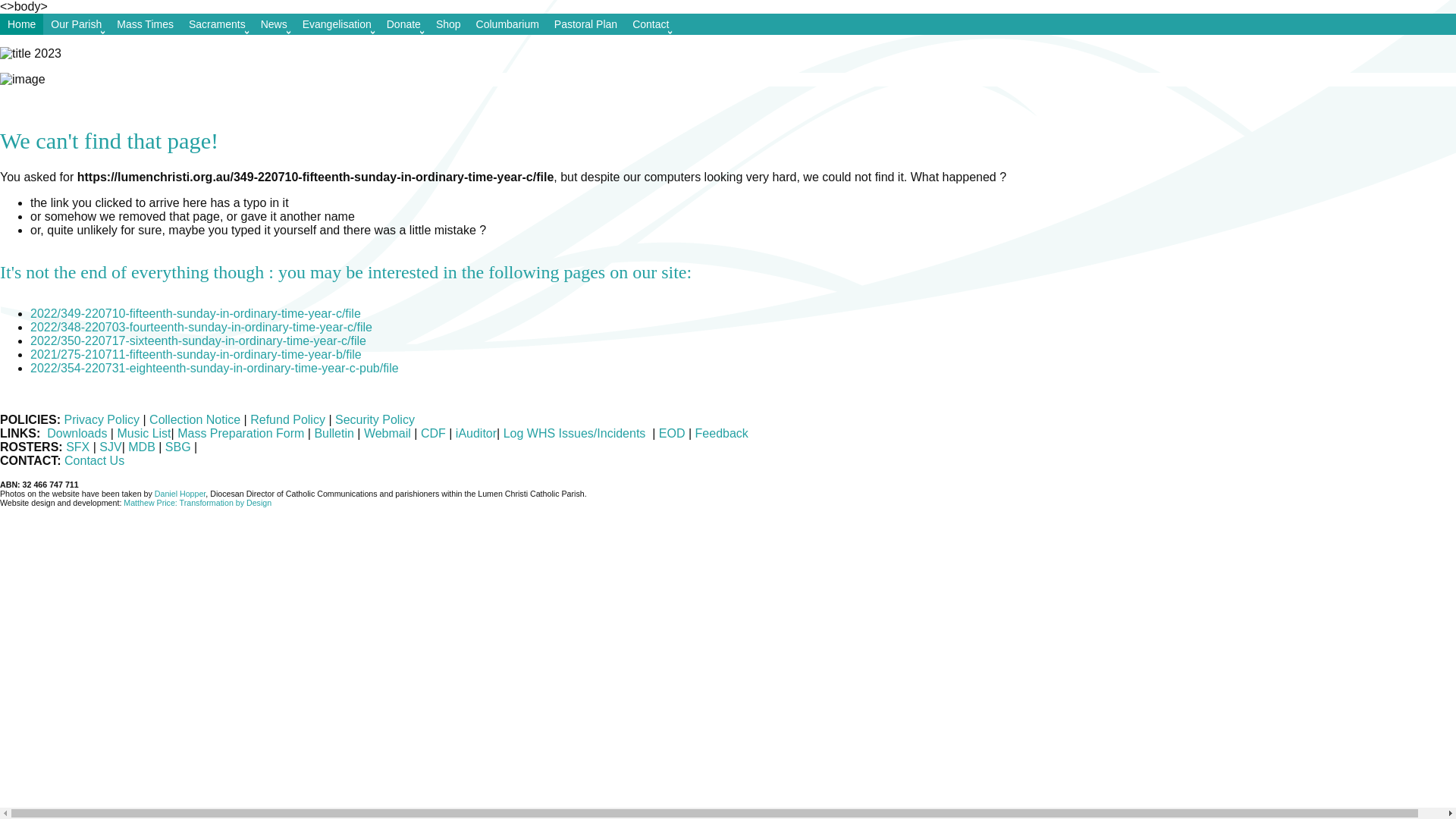 The image size is (1456, 819). What do you see at coordinates (64, 446) in the screenshot?
I see `'SFX'` at bounding box center [64, 446].